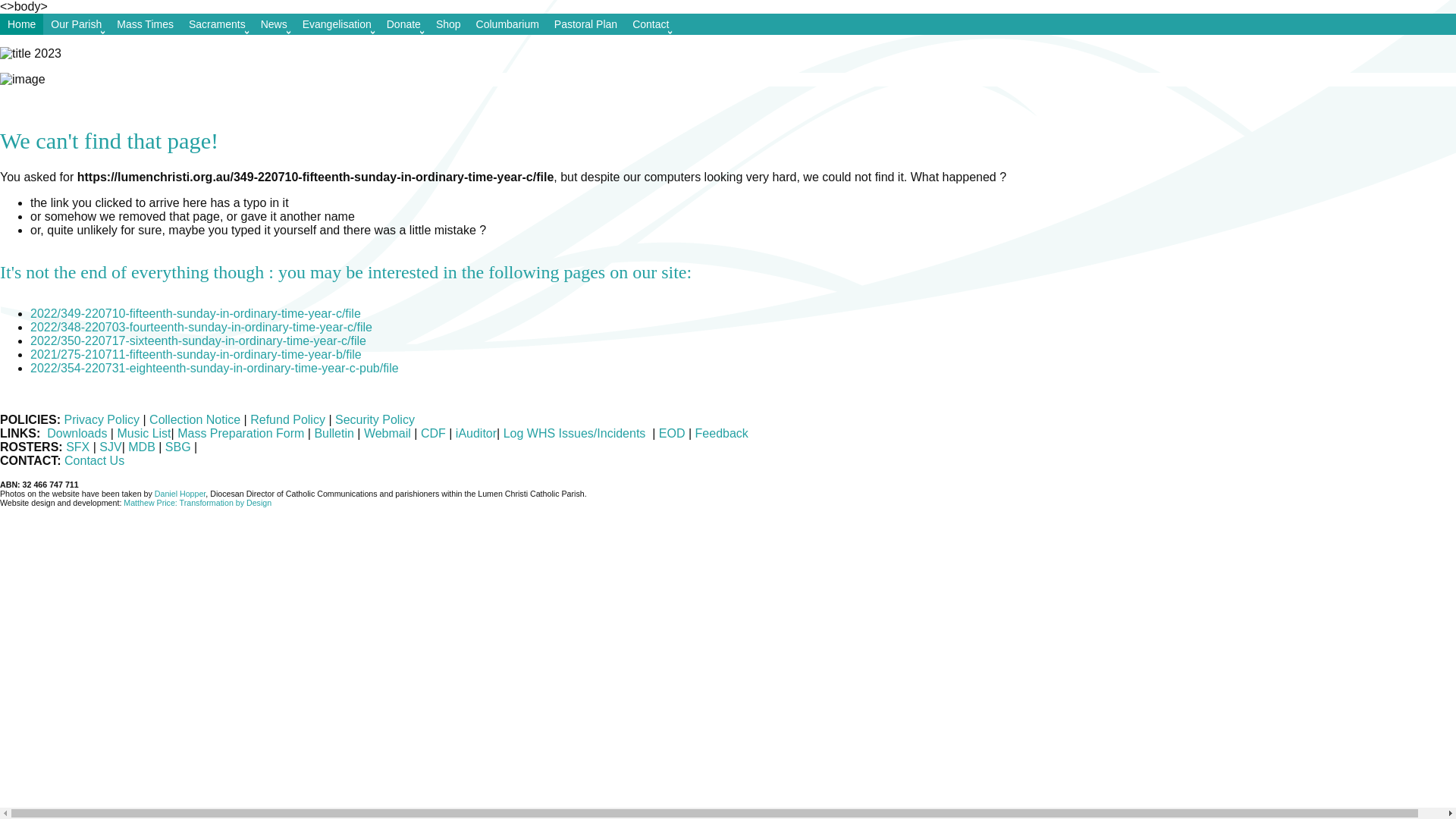 The image size is (1456, 819). What do you see at coordinates (64, 446) in the screenshot?
I see `'SFX'` at bounding box center [64, 446].